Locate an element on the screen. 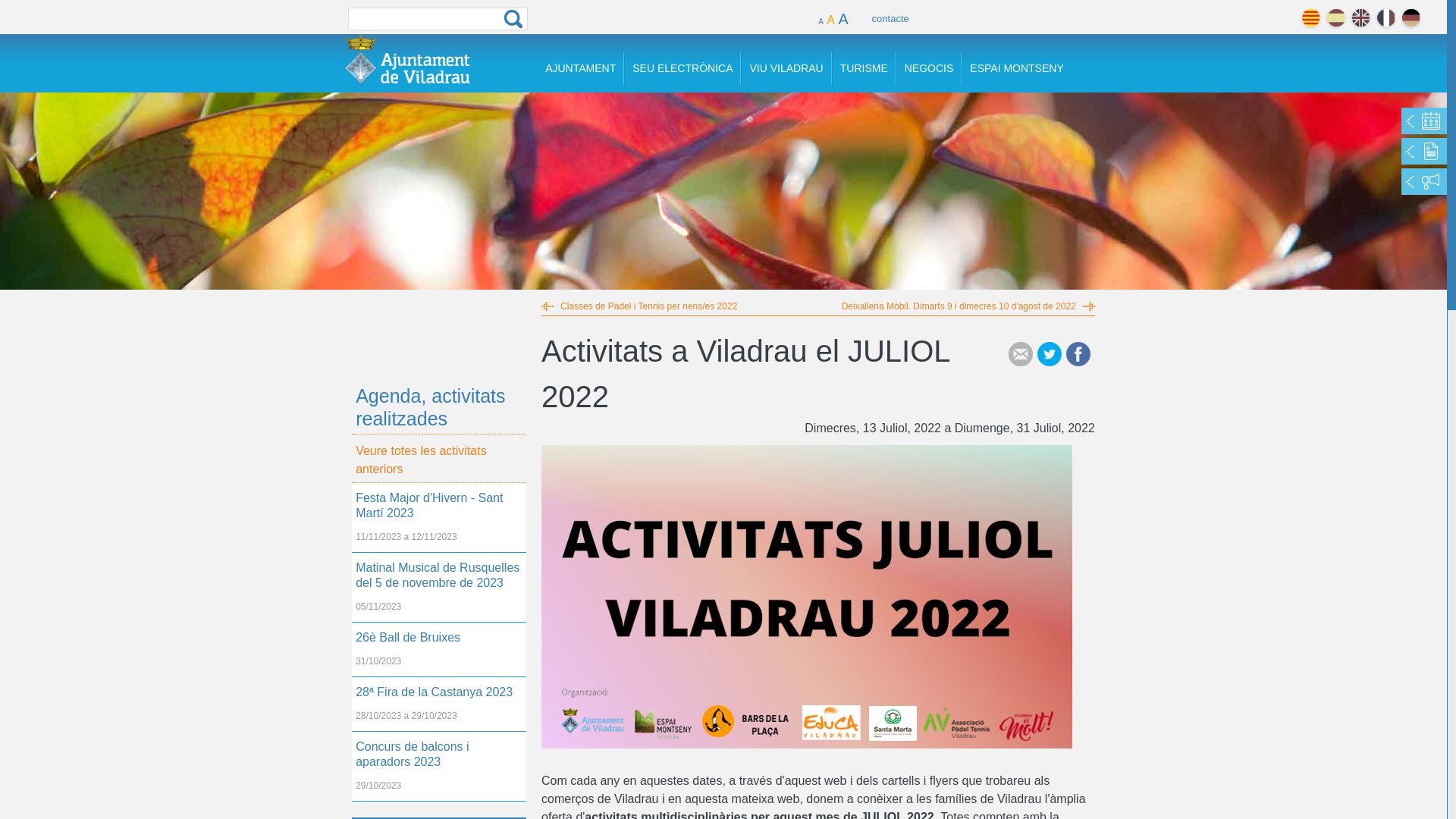 This screenshot has height=819, width=1456. 'Facebook' is located at coordinates (1077, 353).